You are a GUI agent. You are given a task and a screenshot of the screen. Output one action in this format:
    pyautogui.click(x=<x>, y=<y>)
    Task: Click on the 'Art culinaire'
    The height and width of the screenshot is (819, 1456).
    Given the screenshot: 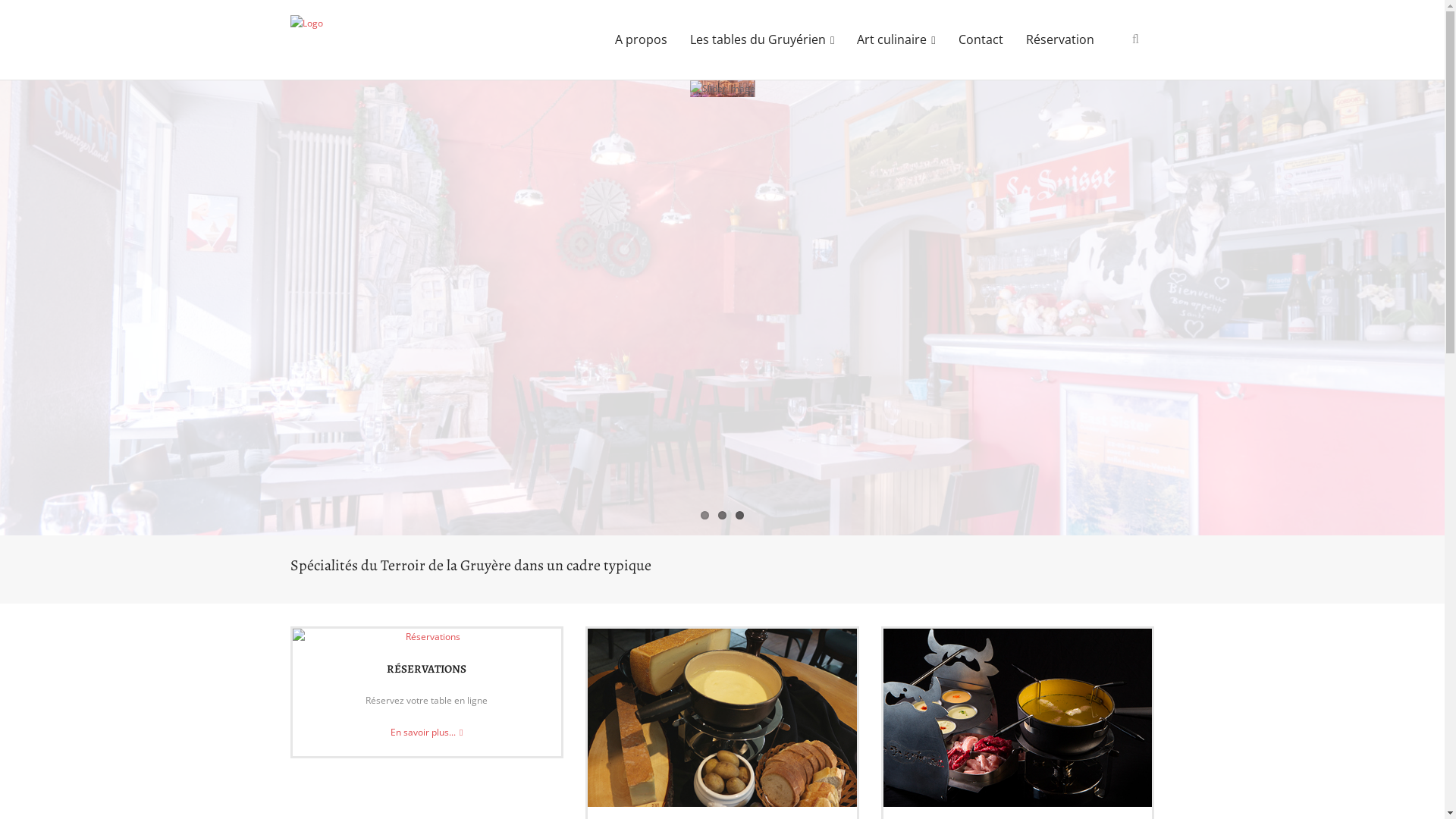 What is the action you would take?
    pyautogui.click(x=896, y=39)
    